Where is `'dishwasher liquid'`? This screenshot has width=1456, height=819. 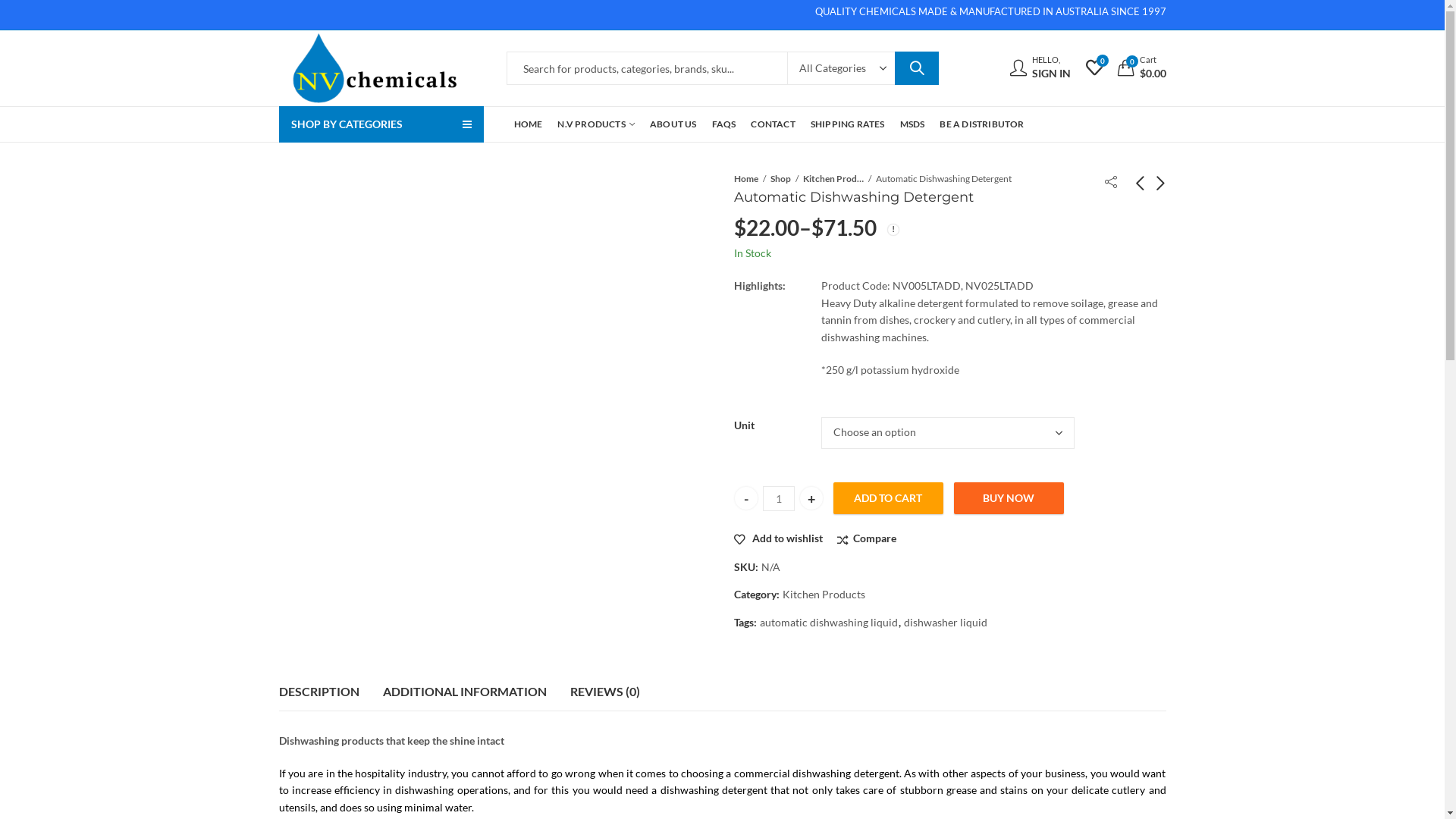 'dishwasher liquid' is located at coordinates (945, 623).